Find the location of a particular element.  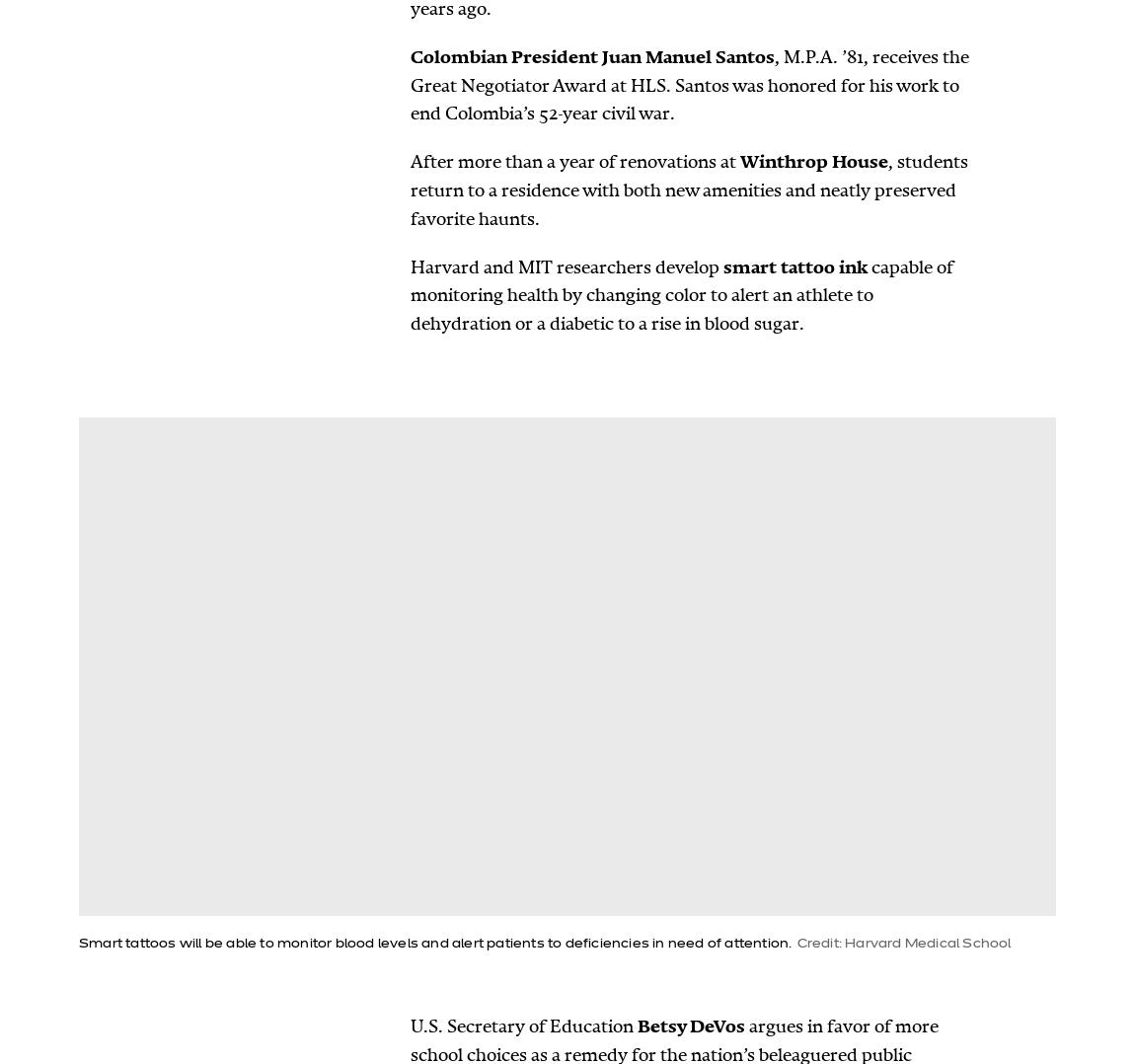

'Smart tattoos will be able to monitor blood levels and alert patients to deficiencies in need of attention.' is located at coordinates (78, 944).